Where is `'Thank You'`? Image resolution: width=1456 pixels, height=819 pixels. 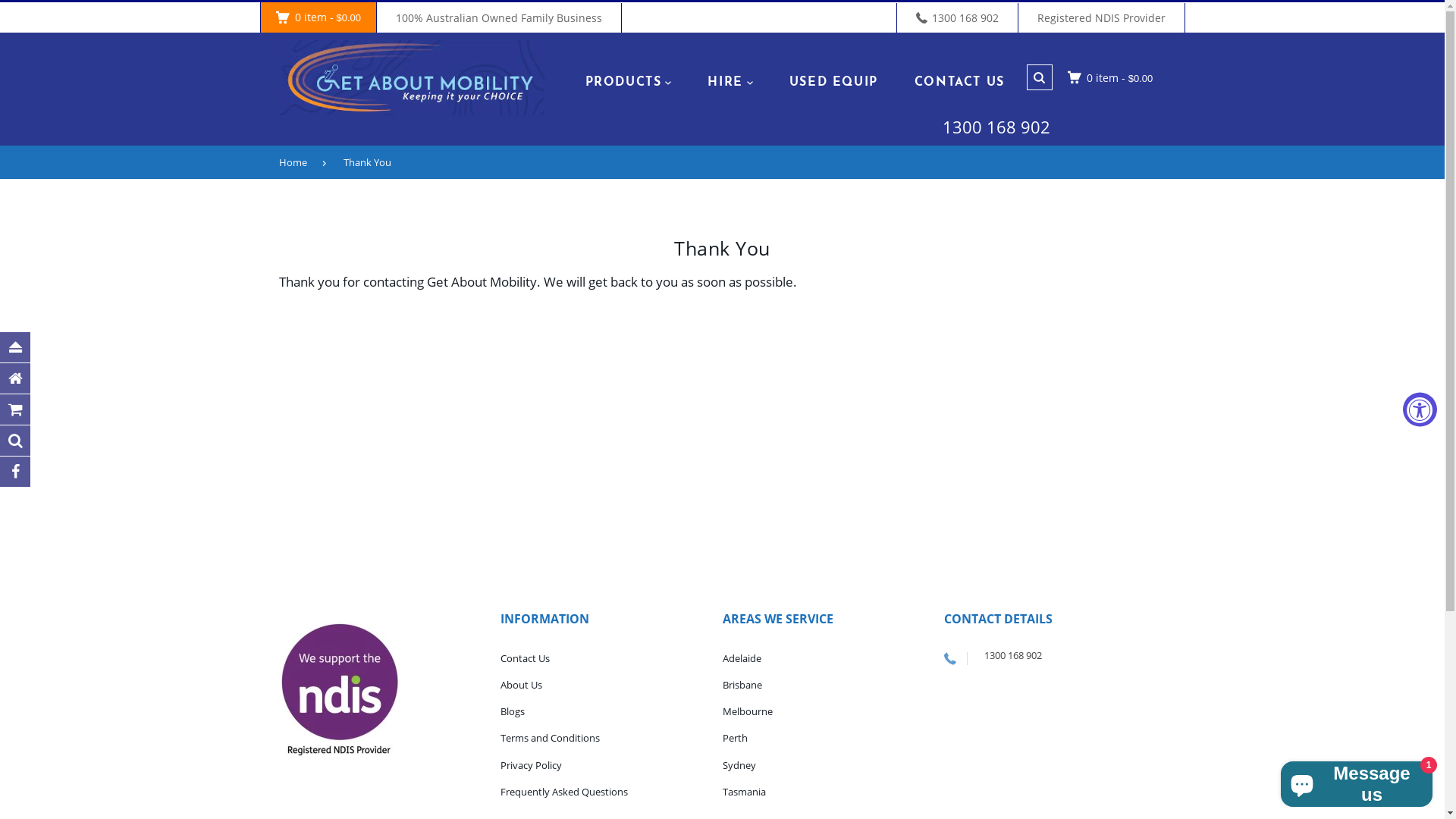 'Thank You' is located at coordinates (374, 162).